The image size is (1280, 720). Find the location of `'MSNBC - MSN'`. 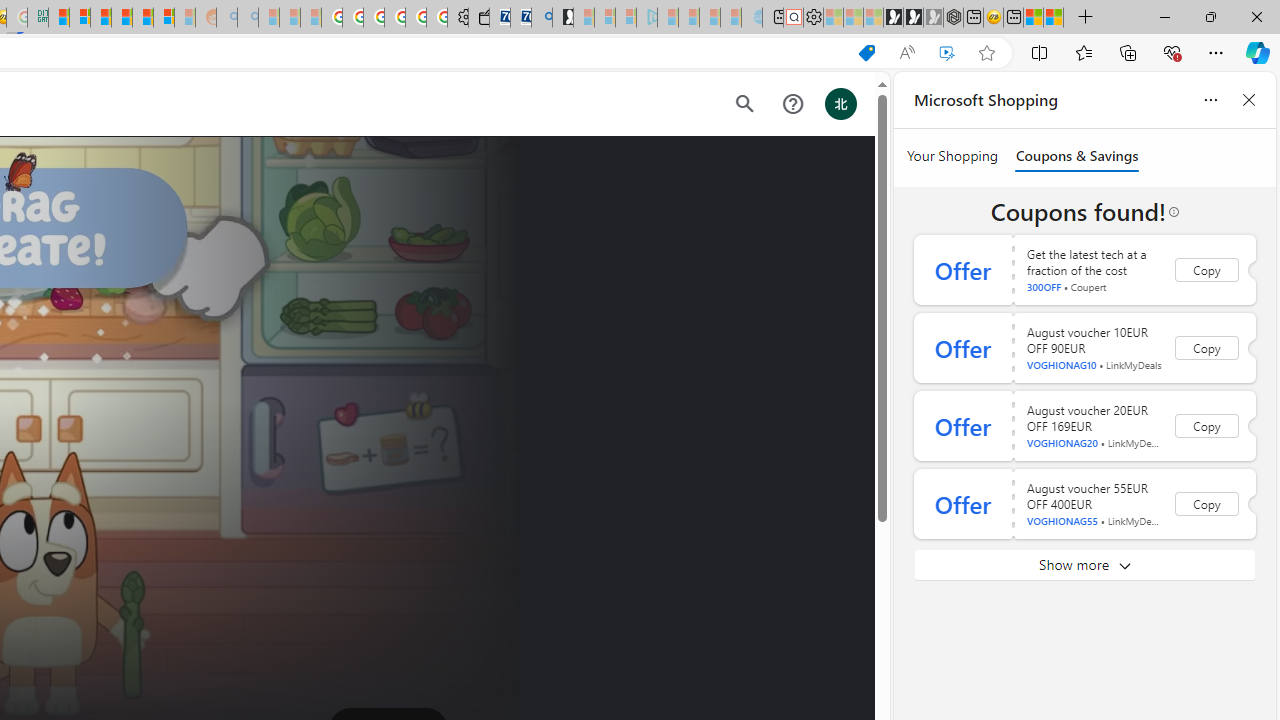

'MSNBC - MSN' is located at coordinates (58, 17).